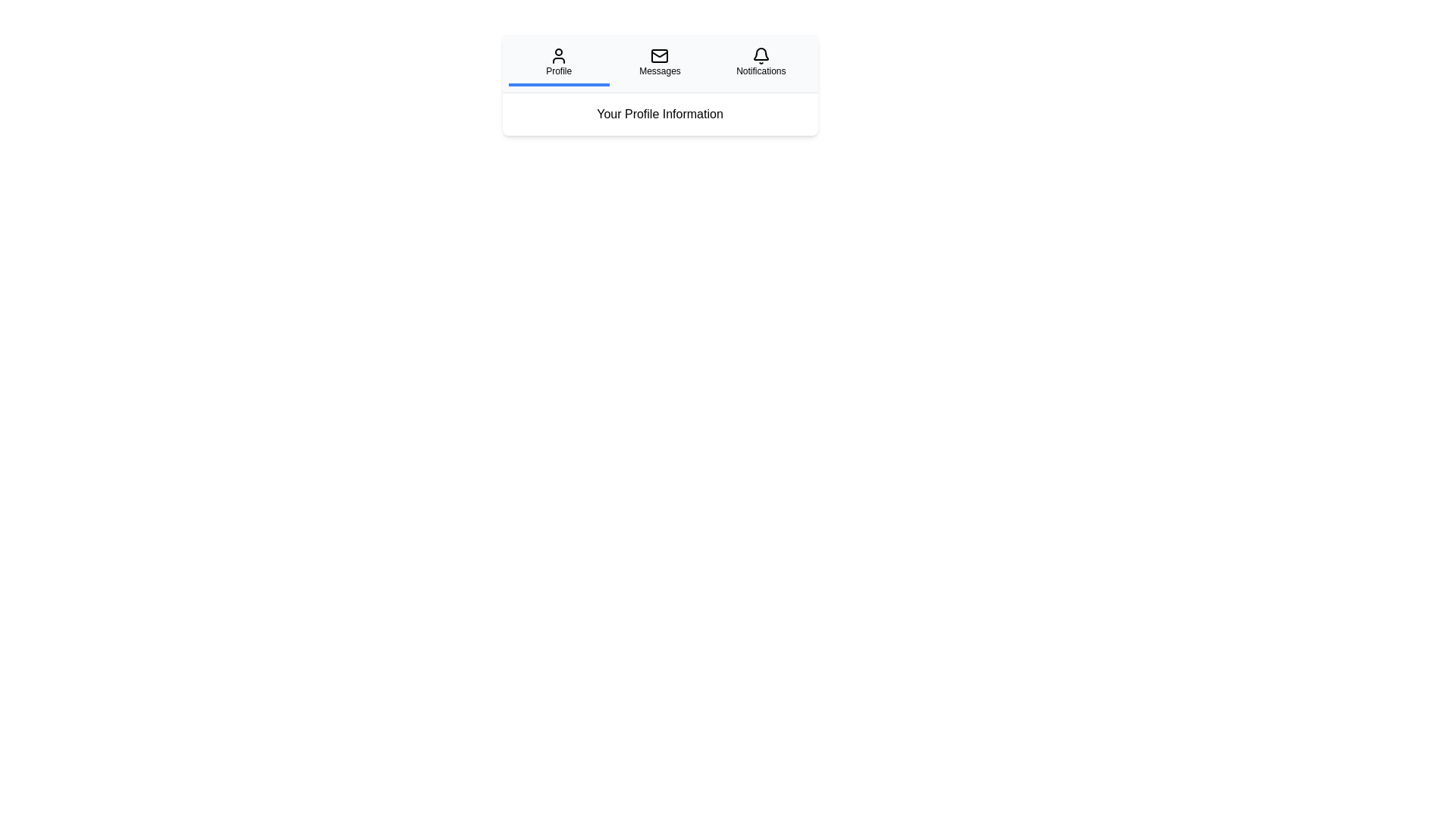 This screenshot has height=819, width=1456. What do you see at coordinates (660, 113) in the screenshot?
I see `the static text label displaying 'Your Profile Information', which is centered under the tabbed navigation bar` at bounding box center [660, 113].